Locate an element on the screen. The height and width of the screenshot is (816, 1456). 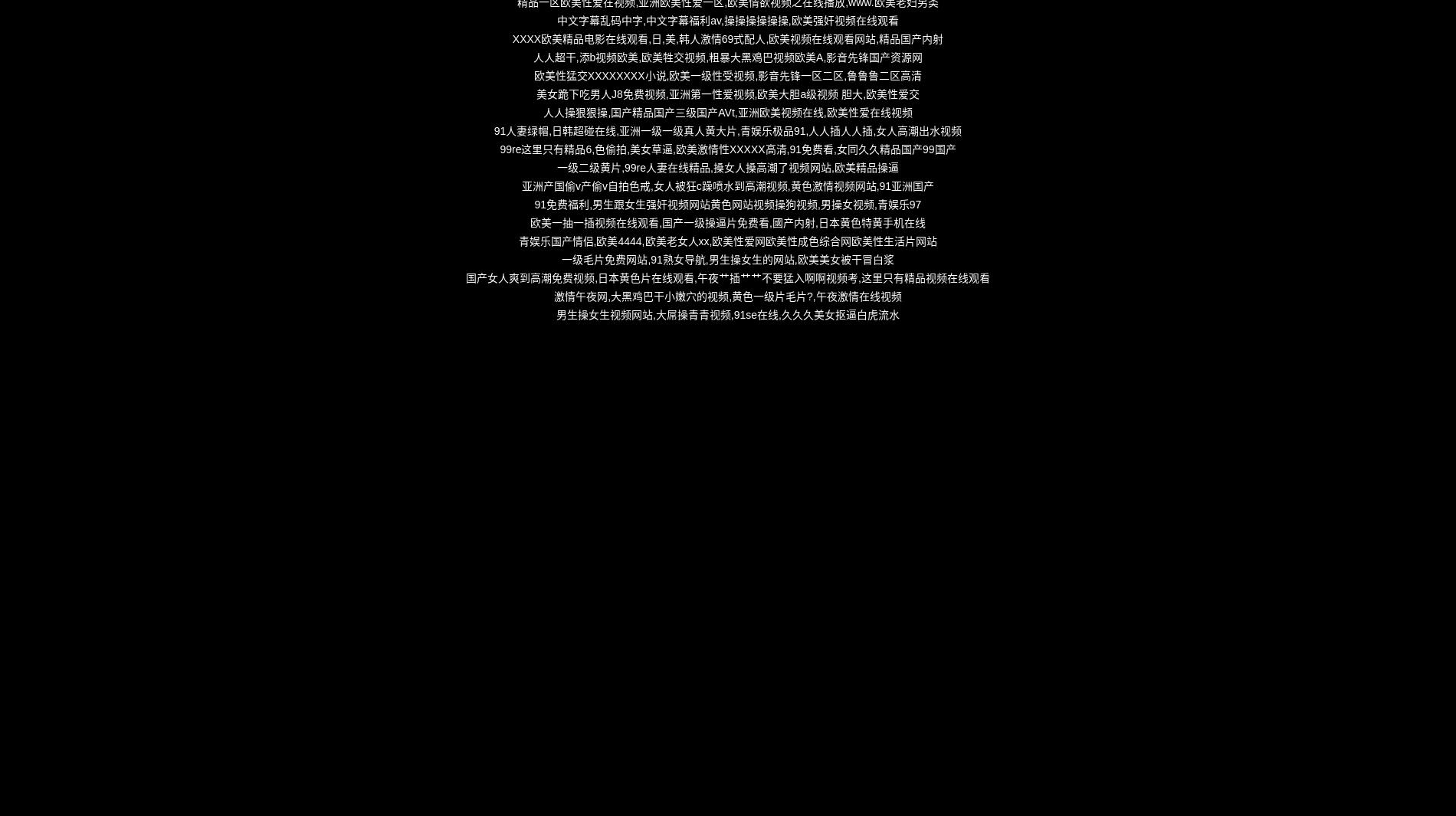
'人人操狠狠操,国产精品国产三级国产AVt,亚洲欧美视频在线,欧美性爱在线视频' is located at coordinates (726, 111).